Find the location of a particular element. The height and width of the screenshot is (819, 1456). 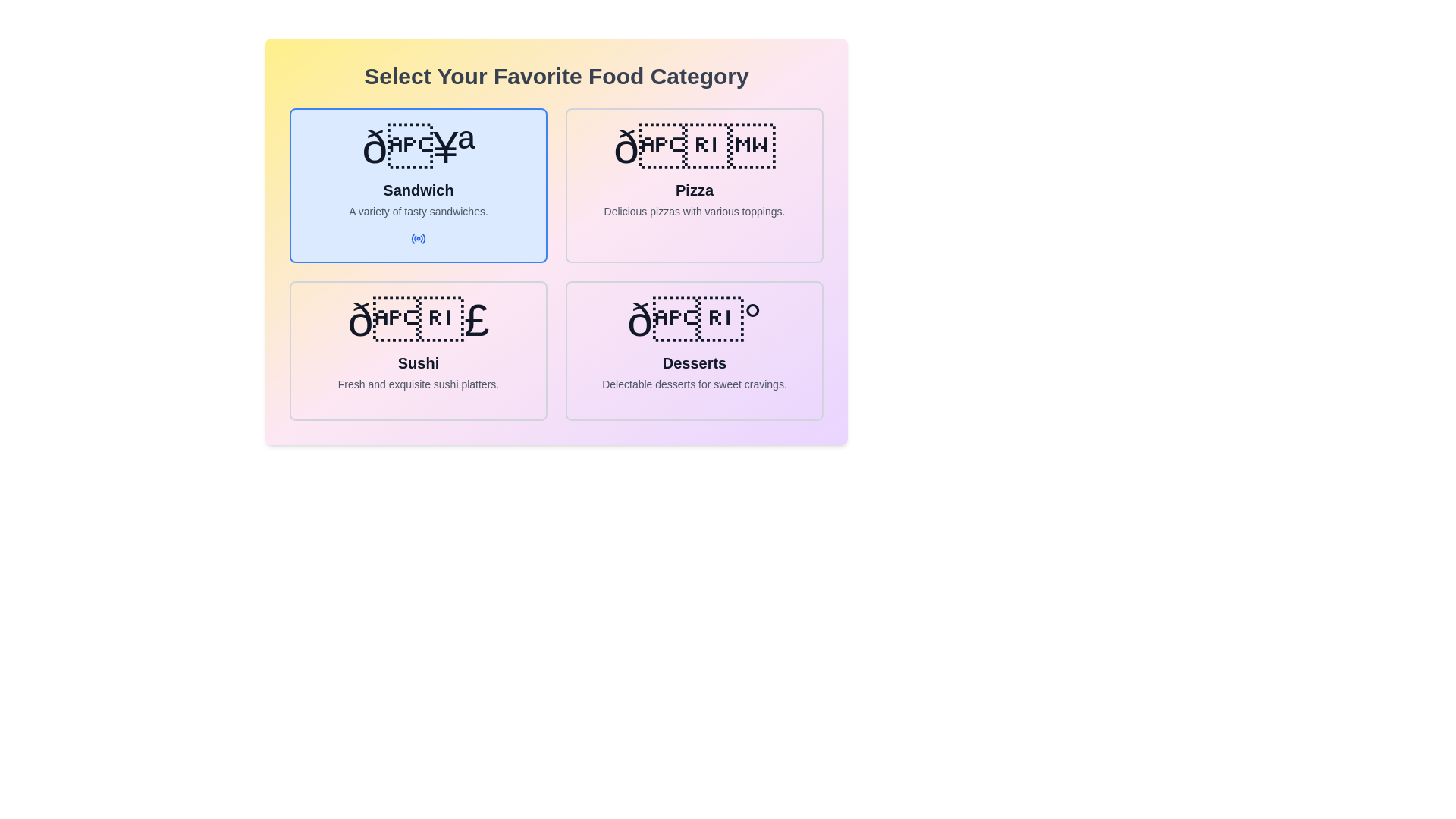

text label identifying the 'Desserts' category, located in the bottom-right quadrant of the grid layout, positioned below an emoji-style icon and above a description is located at coordinates (694, 362).